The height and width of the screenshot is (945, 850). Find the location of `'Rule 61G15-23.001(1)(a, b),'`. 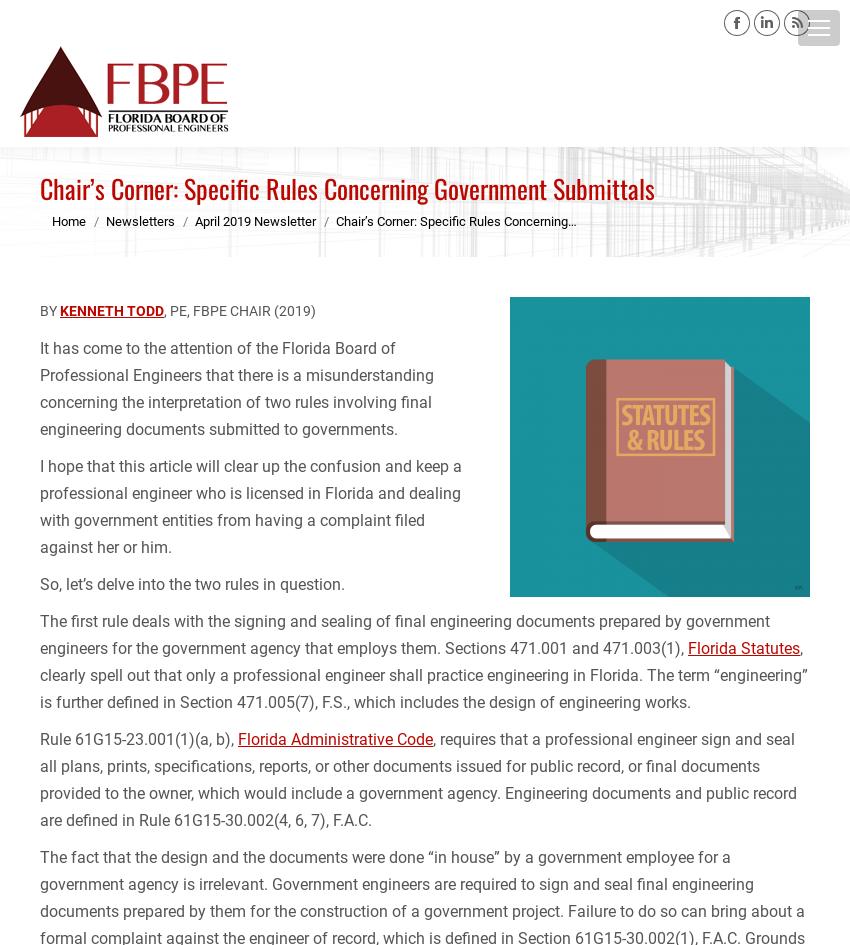

'Rule 61G15-23.001(1)(a, b),' is located at coordinates (138, 739).